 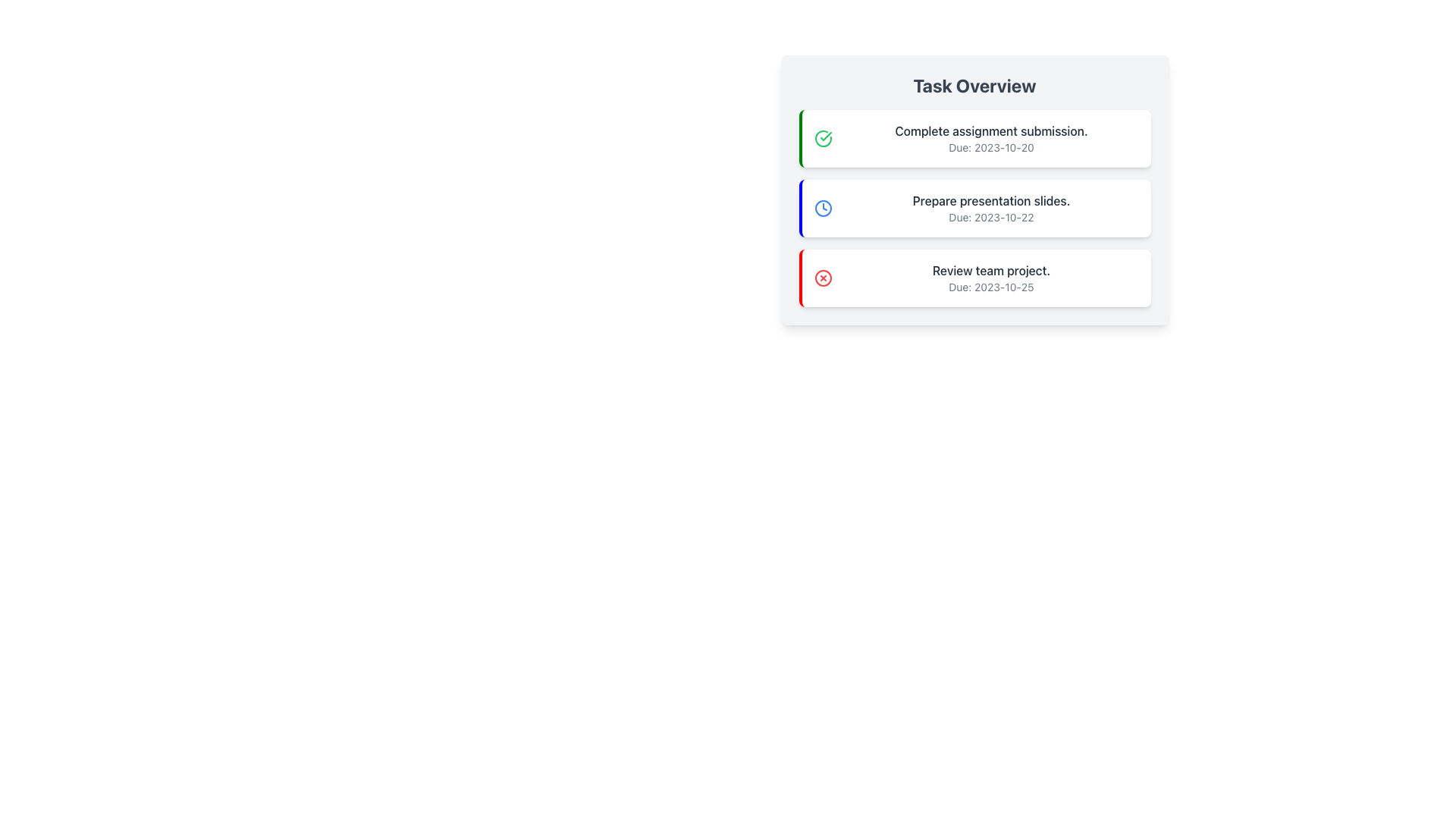 What do you see at coordinates (991, 278) in the screenshot?
I see `the third and last item in the vertical task list that displays a specific task's information, including the task title and its due date` at bounding box center [991, 278].